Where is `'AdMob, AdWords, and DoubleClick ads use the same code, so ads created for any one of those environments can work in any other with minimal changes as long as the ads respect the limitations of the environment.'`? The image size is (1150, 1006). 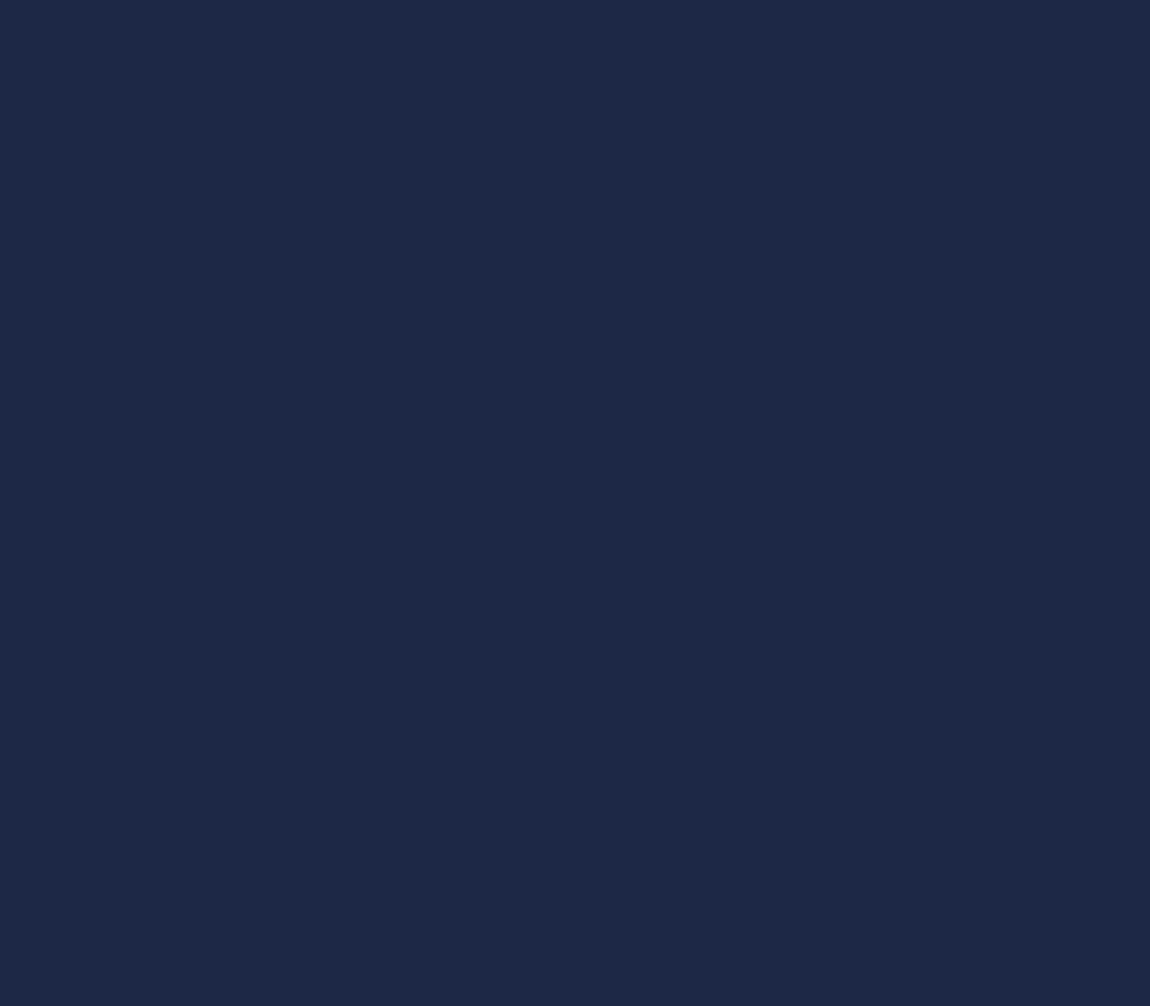 'AdMob, AdWords, and DoubleClick ads use the same code, so ads created for any one of those environments can work in any other with minimal changes as long as the ads respect the limitations of the environment.' is located at coordinates (572, 827).